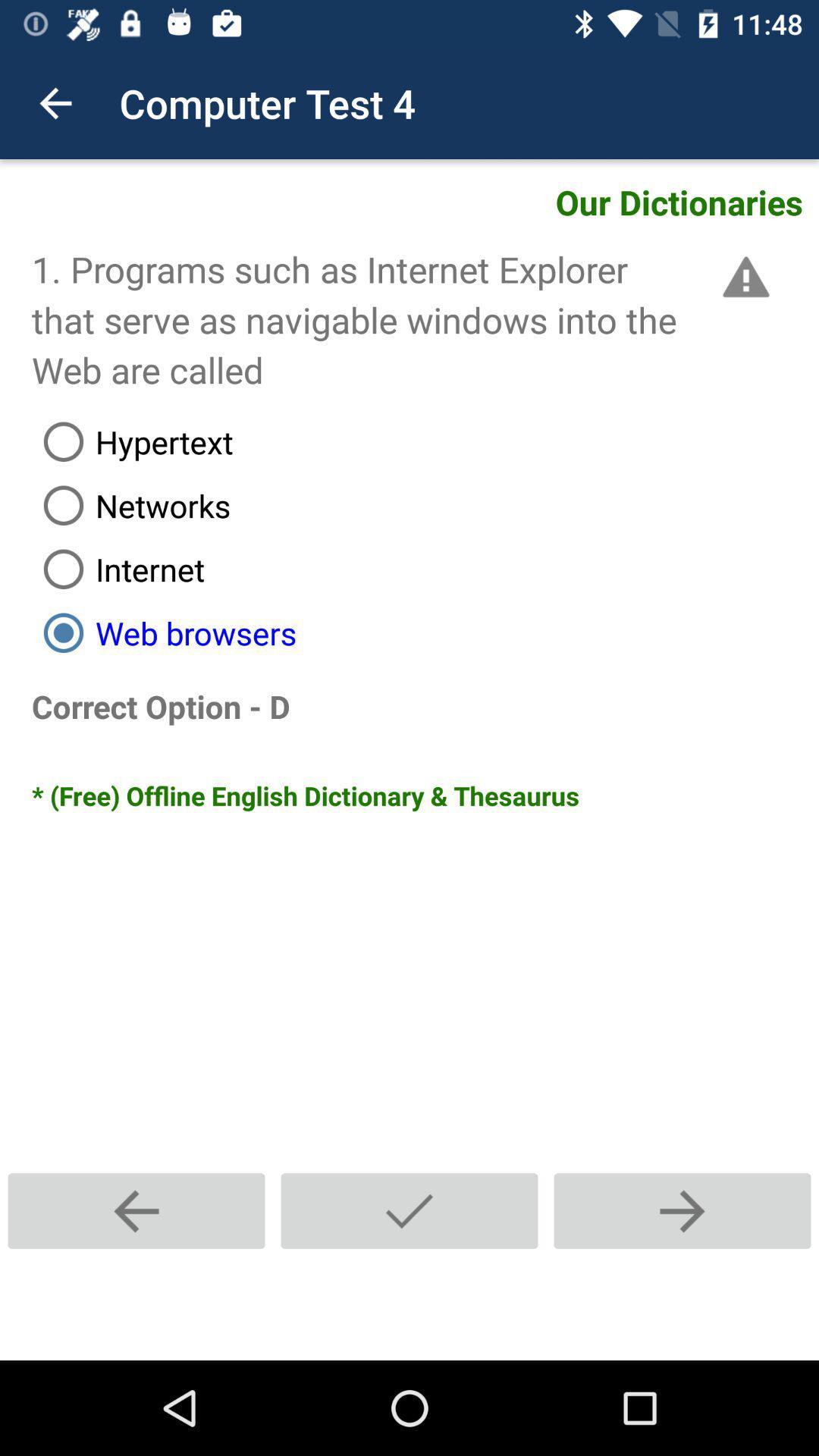 The width and height of the screenshot is (819, 1456). Describe the element at coordinates (409, 1210) in the screenshot. I see `okay` at that location.